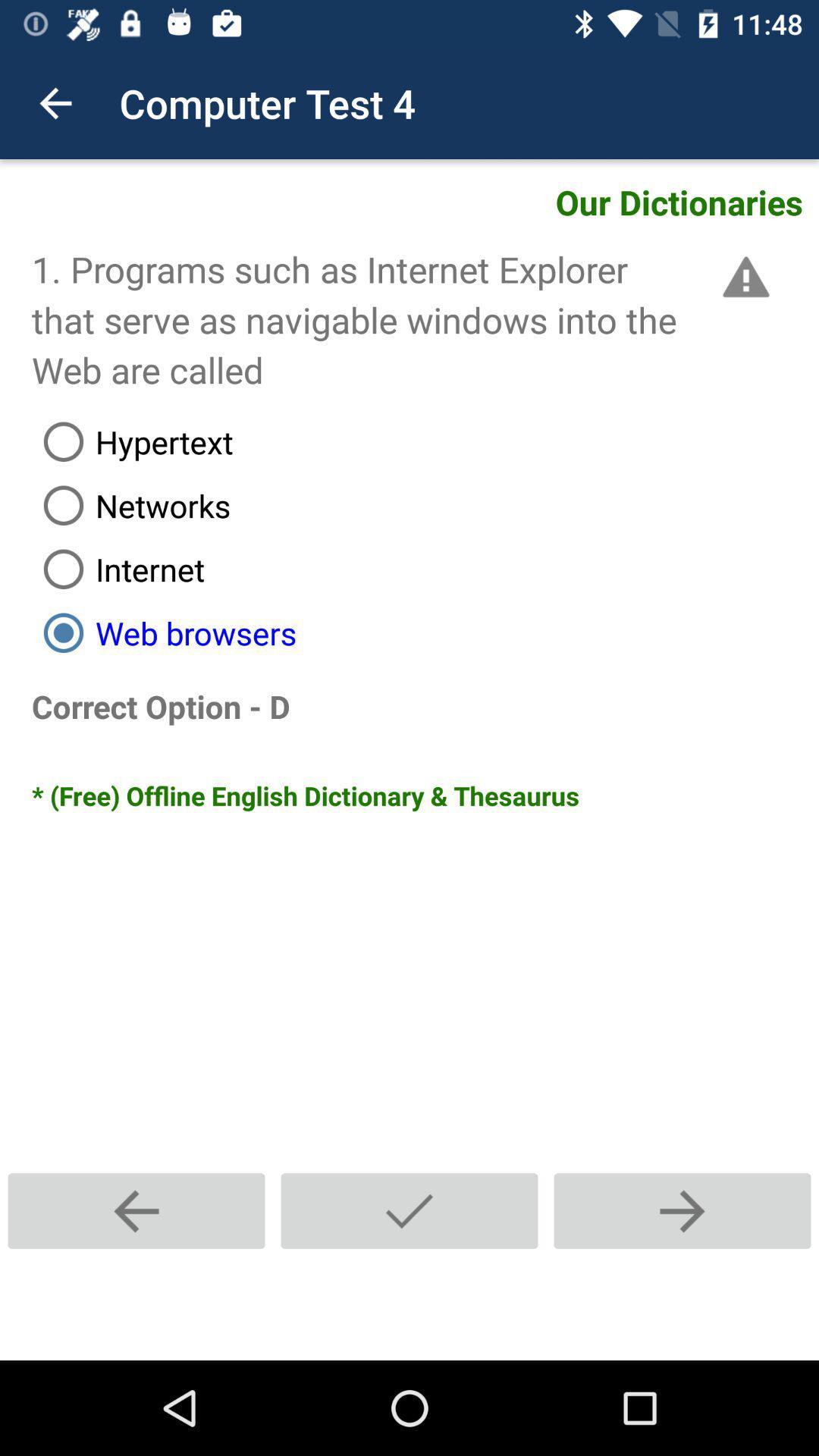 The width and height of the screenshot is (819, 1456). Describe the element at coordinates (409, 1210) in the screenshot. I see `okay` at that location.